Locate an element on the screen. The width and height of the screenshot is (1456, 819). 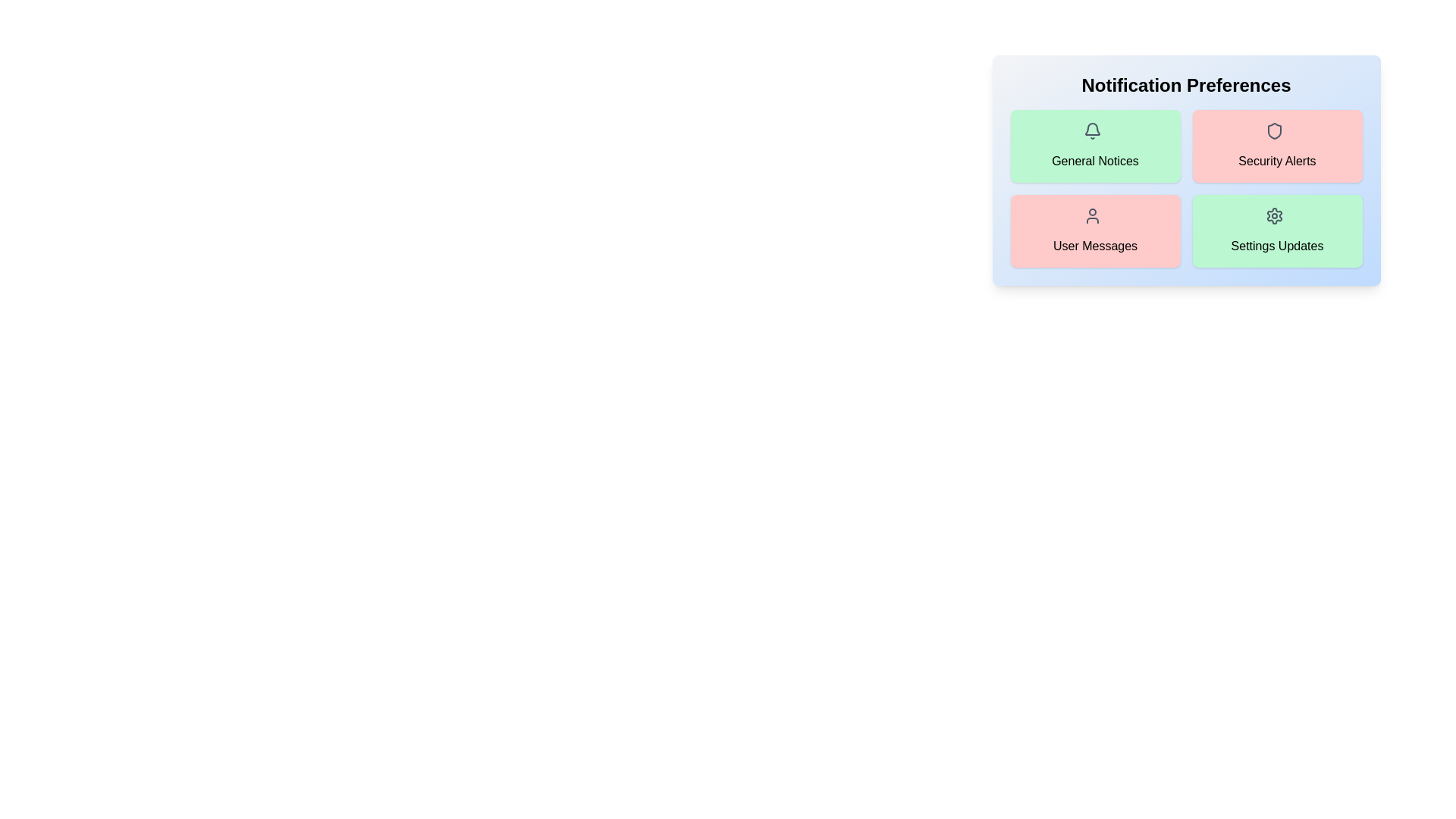
the icon for Settings Updates notification is located at coordinates (1276, 219).